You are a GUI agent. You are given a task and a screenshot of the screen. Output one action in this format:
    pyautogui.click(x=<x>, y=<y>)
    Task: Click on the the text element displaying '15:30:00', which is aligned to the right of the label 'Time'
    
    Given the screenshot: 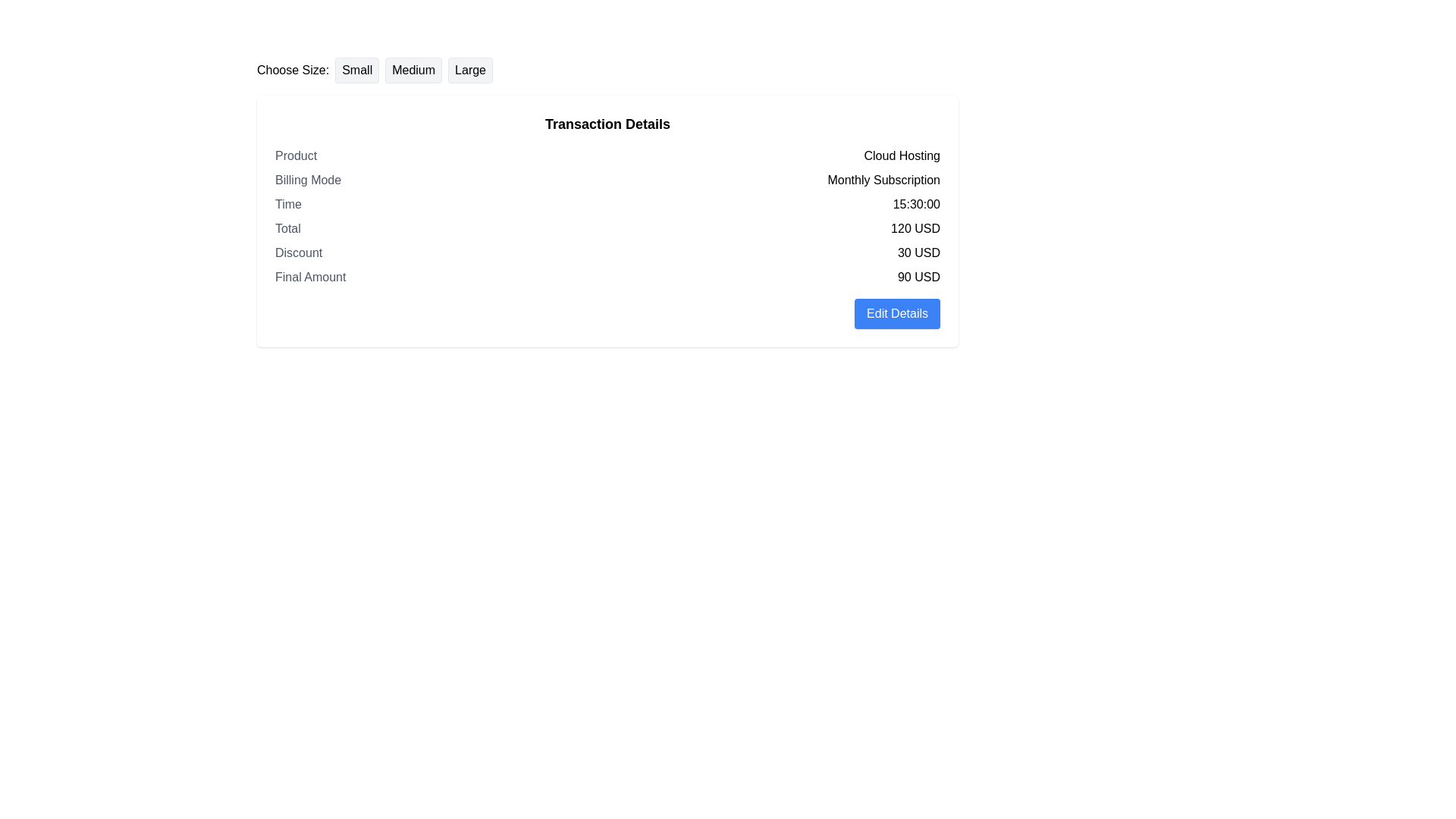 What is the action you would take?
    pyautogui.click(x=915, y=205)
    